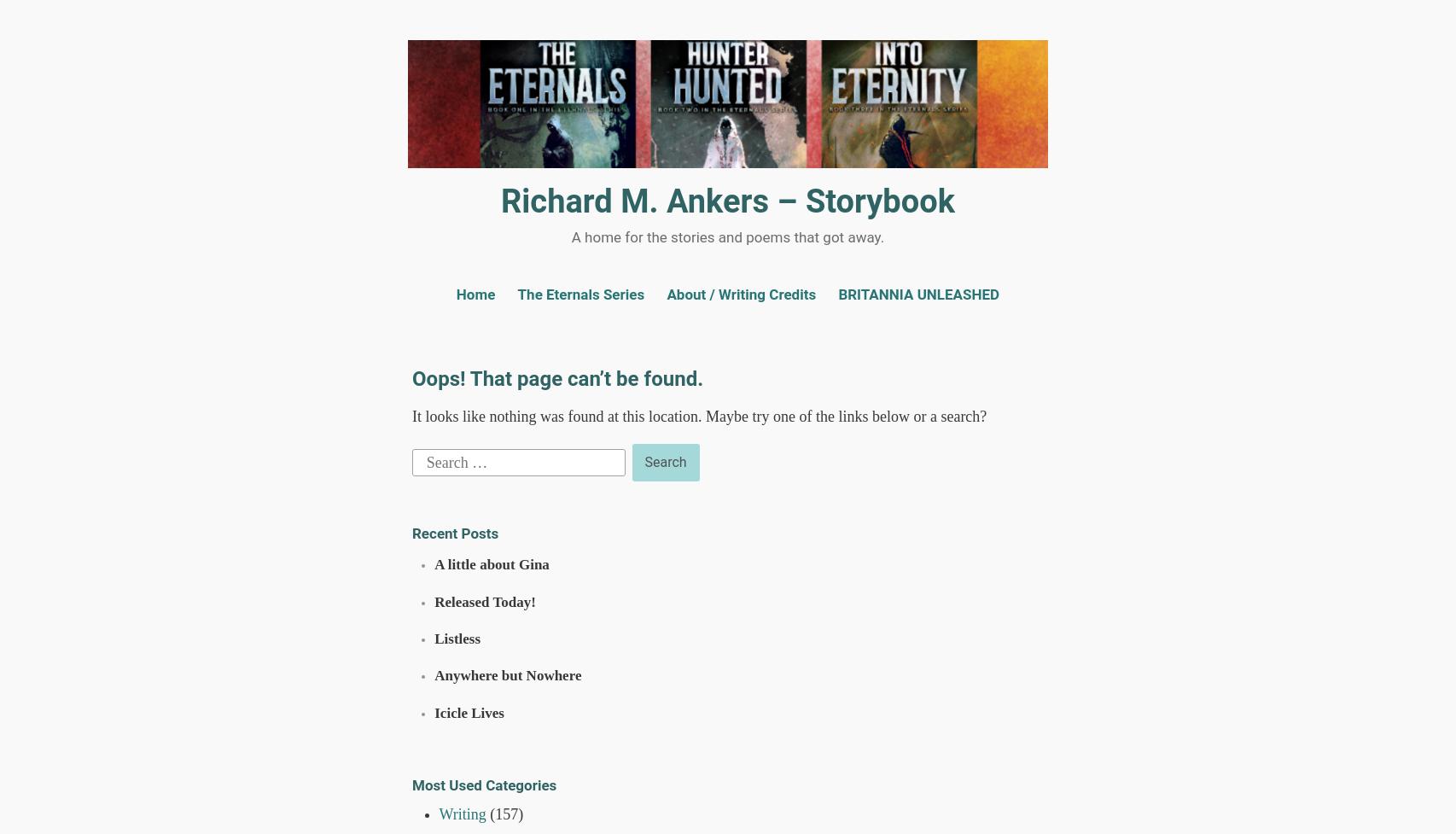  What do you see at coordinates (484, 814) in the screenshot?
I see `'(157)'` at bounding box center [484, 814].